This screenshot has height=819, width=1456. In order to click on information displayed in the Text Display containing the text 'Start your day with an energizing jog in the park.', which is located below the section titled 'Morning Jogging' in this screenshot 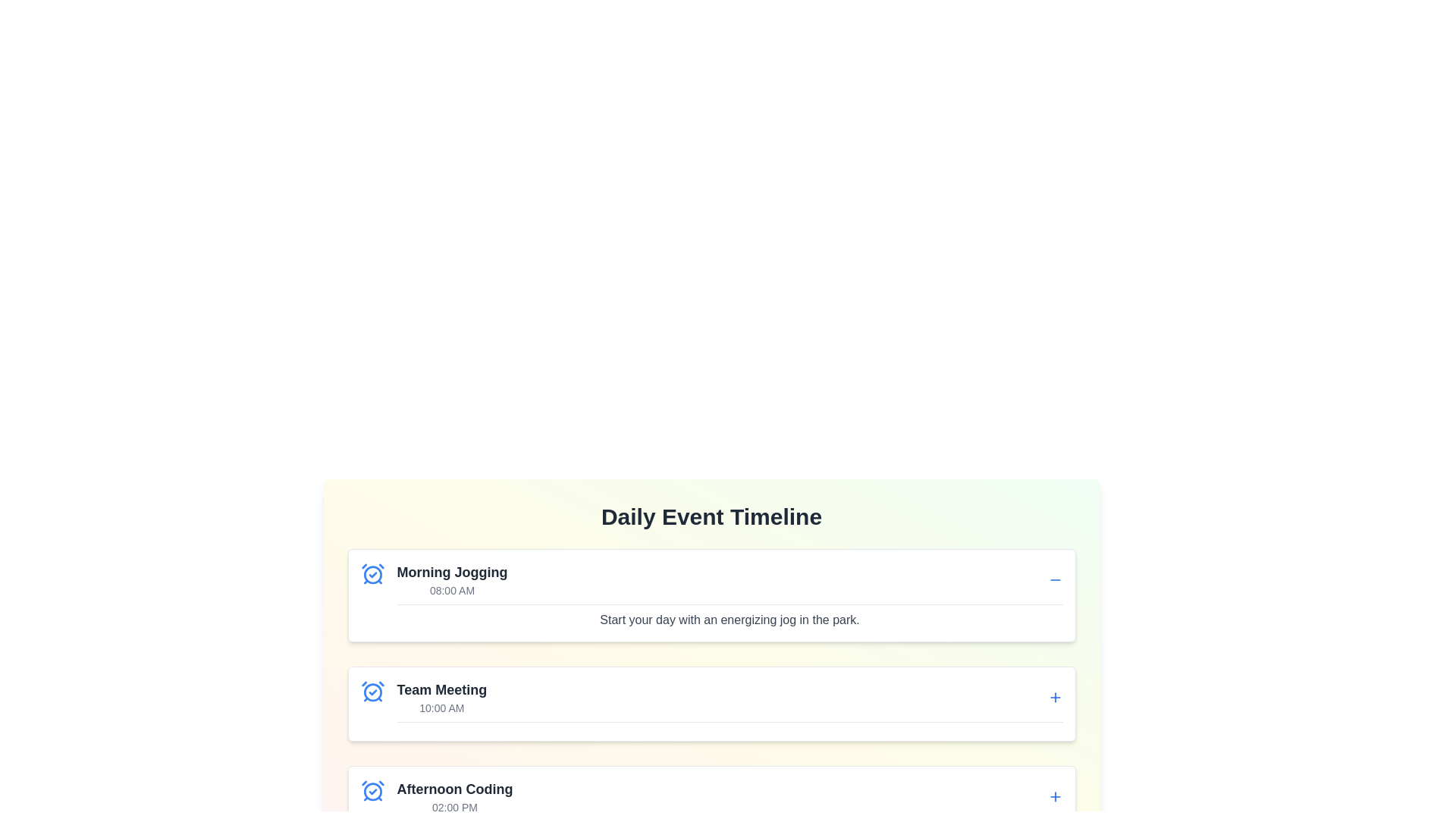, I will do `click(730, 620)`.